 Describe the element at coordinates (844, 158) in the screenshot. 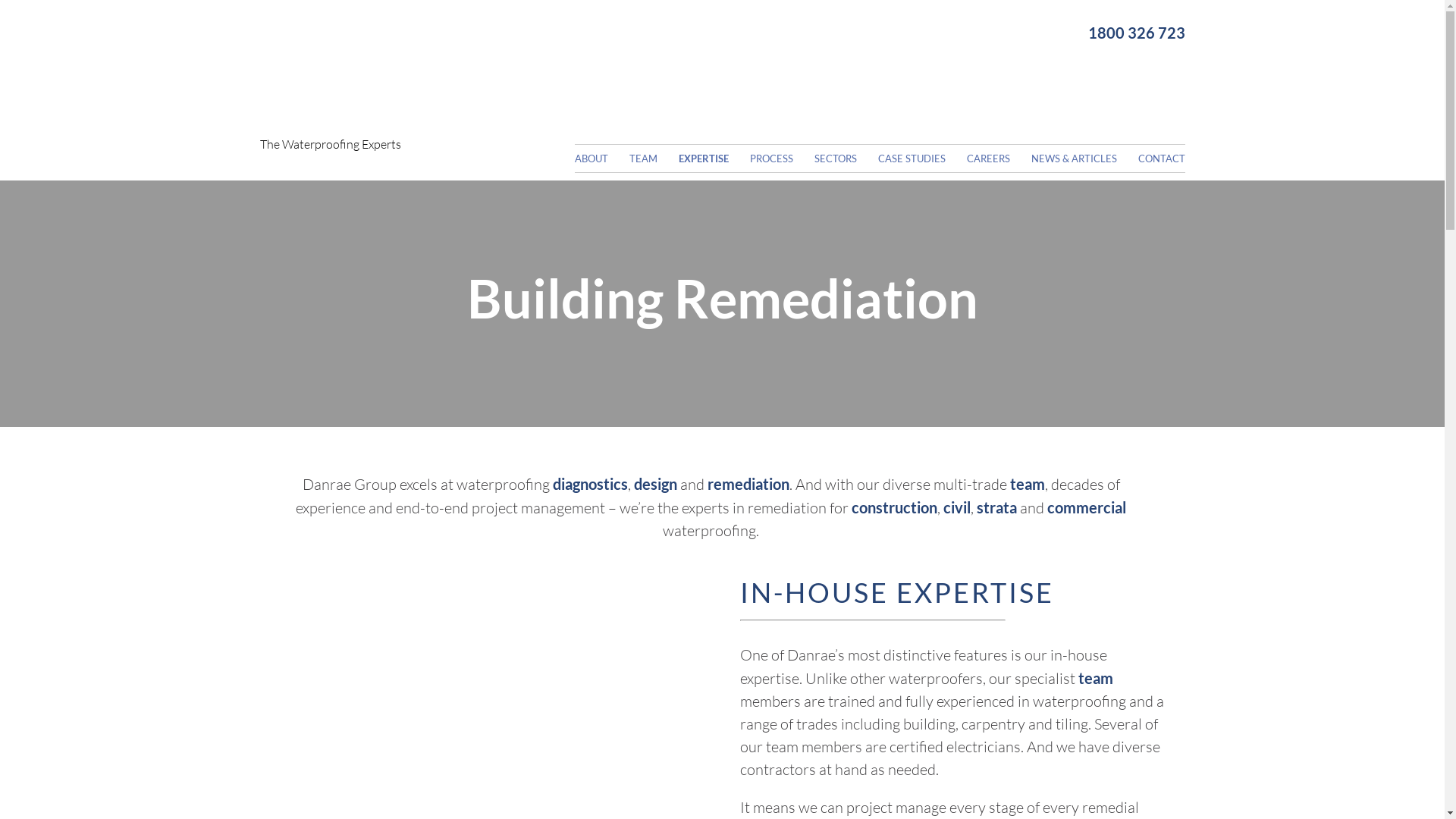

I see `'SECTORS'` at that location.